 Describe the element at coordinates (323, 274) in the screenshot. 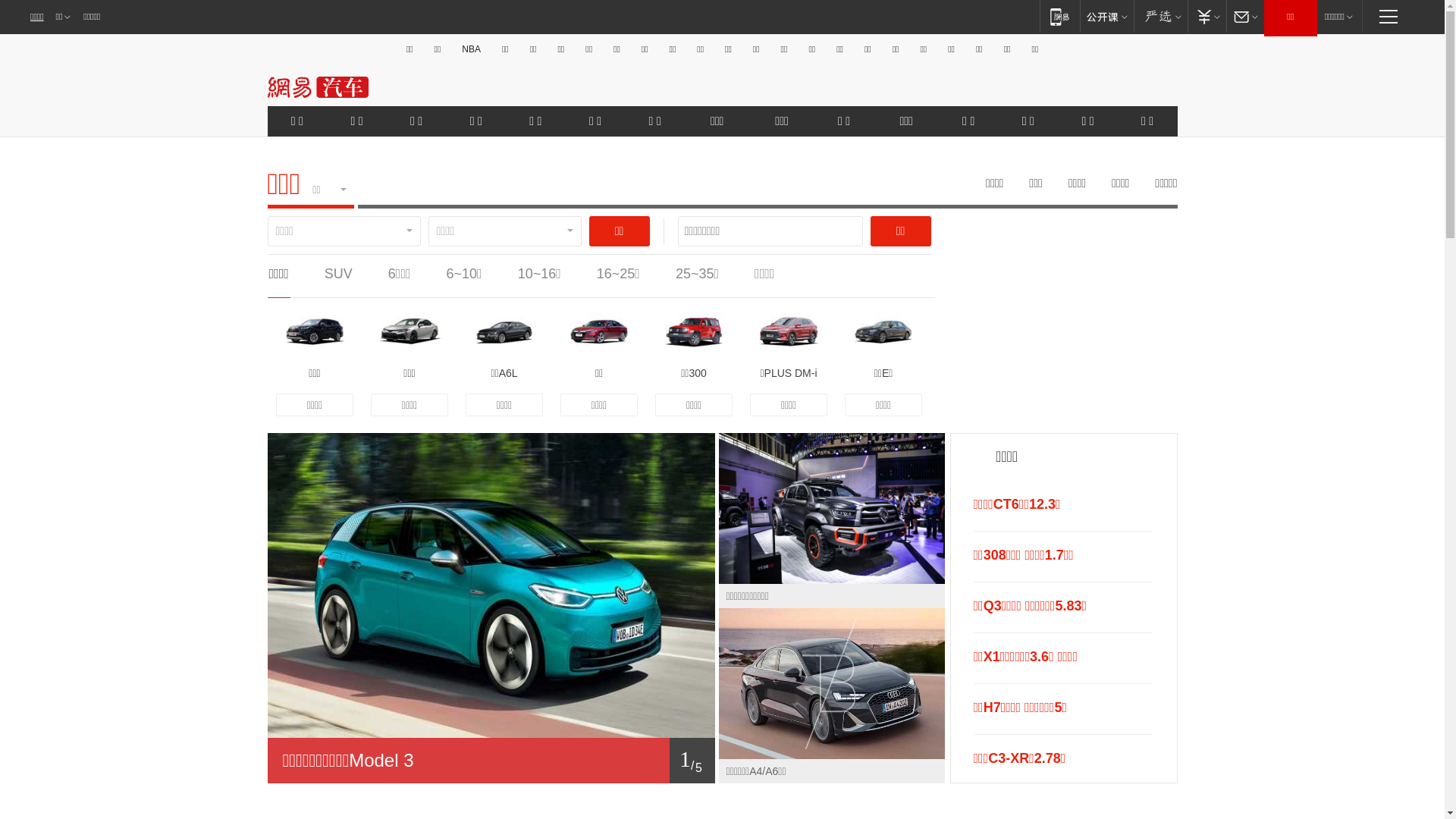

I see `'SUV'` at that location.